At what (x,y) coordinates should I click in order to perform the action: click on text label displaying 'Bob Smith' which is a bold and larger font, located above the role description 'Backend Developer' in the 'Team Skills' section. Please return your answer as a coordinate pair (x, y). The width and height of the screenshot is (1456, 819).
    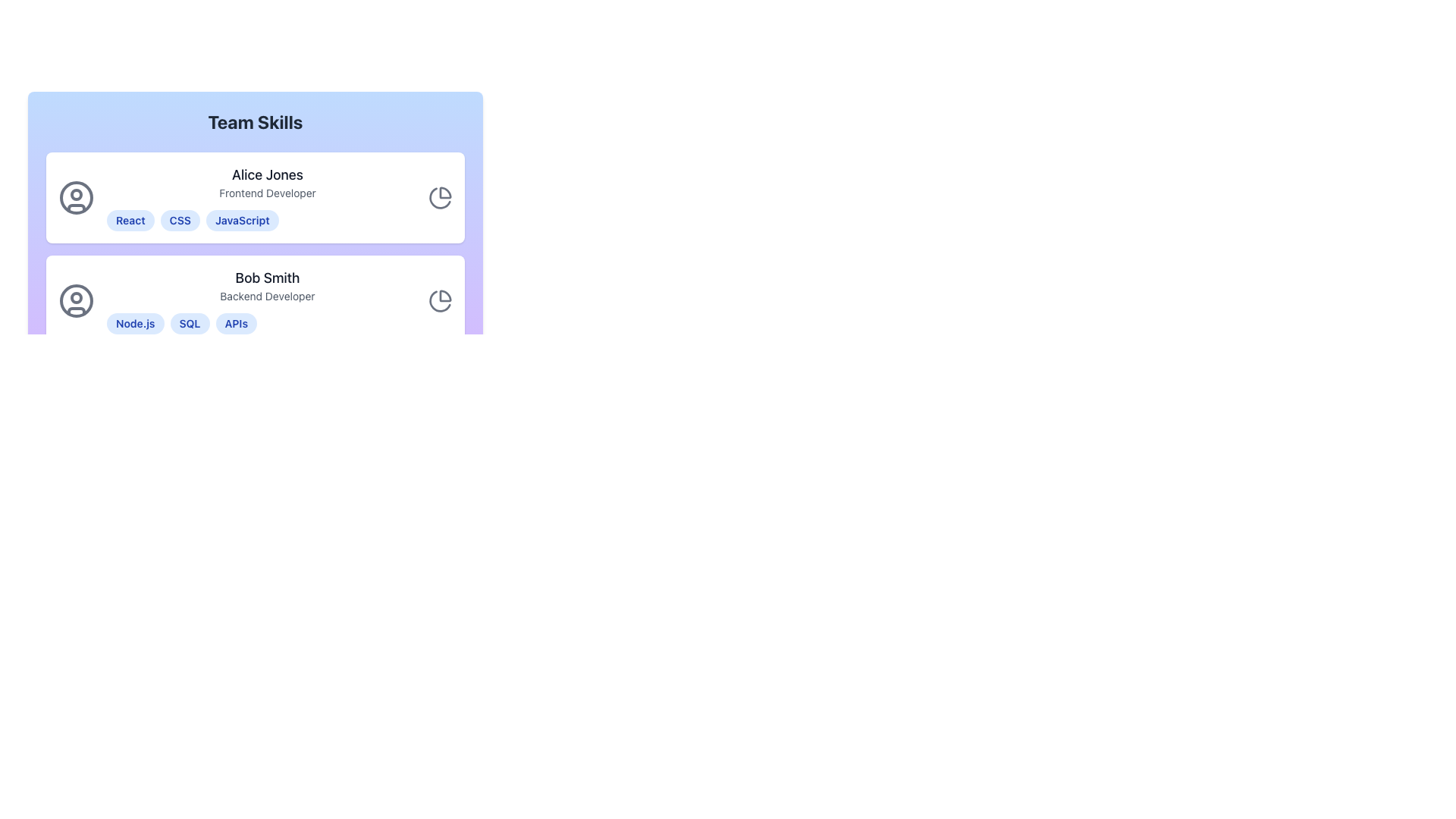
    Looking at the image, I should click on (268, 278).